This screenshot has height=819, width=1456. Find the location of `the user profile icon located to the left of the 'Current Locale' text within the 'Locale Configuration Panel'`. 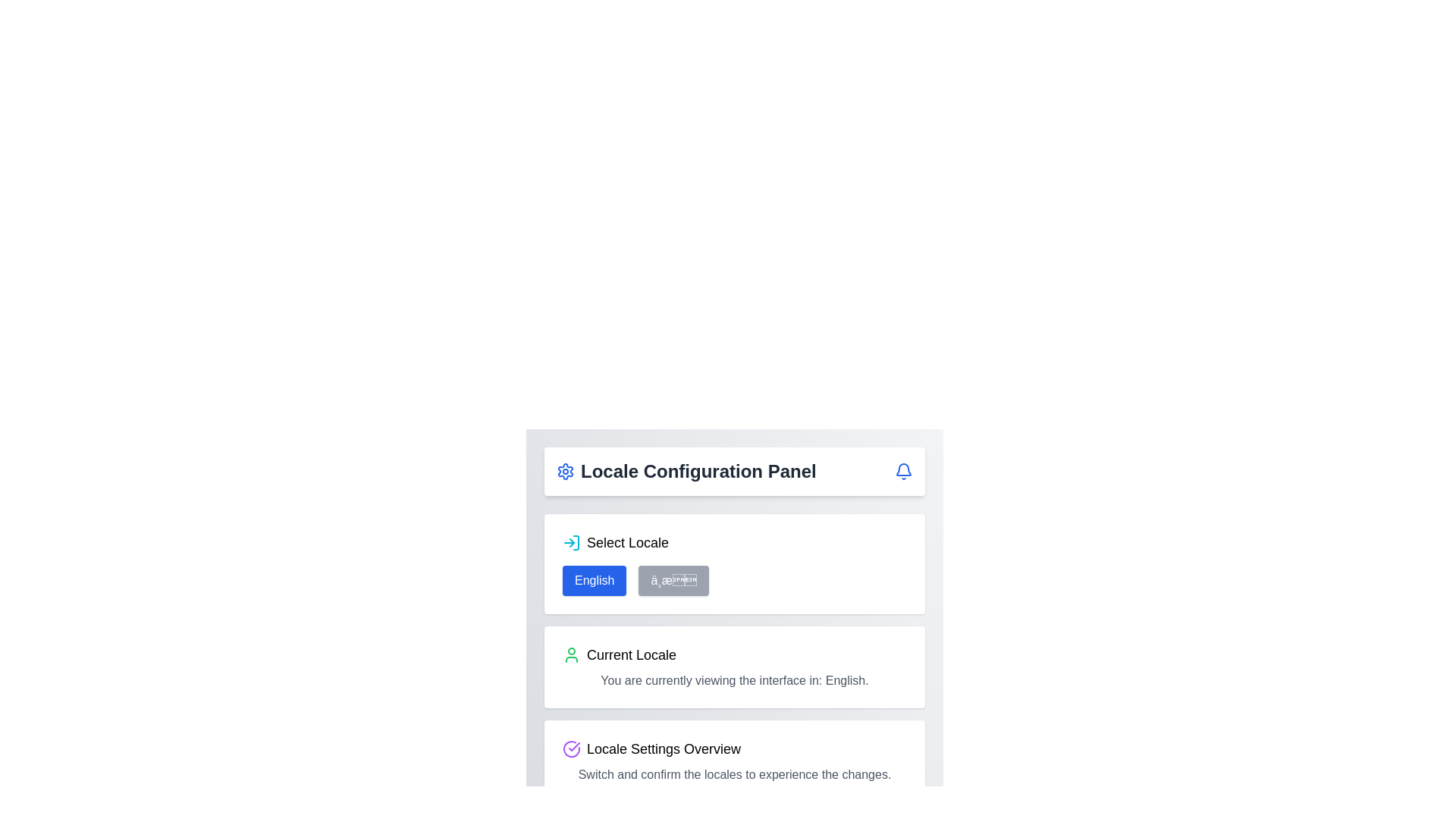

the user profile icon located to the left of the 'Current Locale' text within the 'Locale Configuration Panel' is located at coordinates (570, 654).